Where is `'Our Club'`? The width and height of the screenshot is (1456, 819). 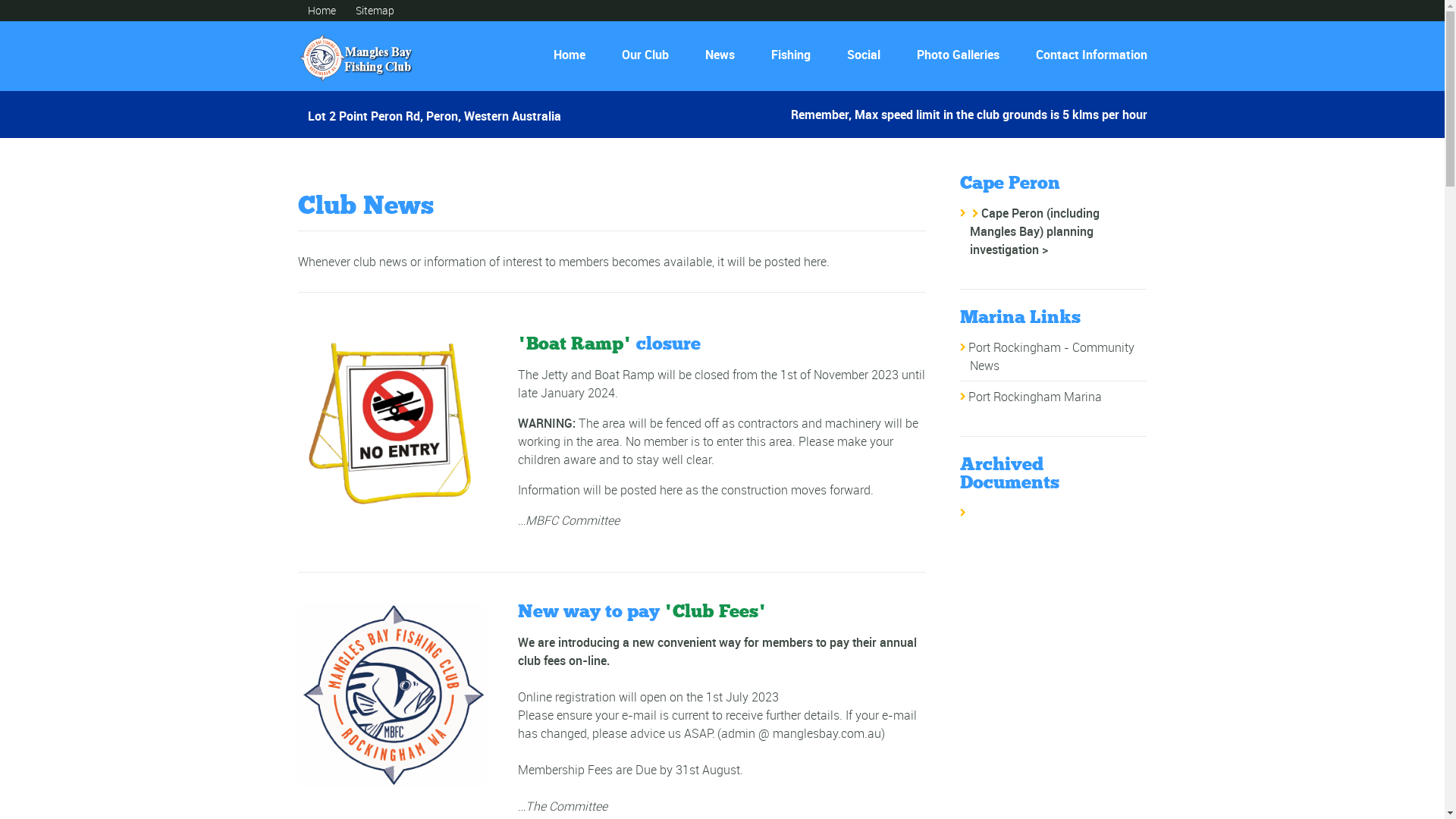
'Our Club' is located at coordinates (645, 54).